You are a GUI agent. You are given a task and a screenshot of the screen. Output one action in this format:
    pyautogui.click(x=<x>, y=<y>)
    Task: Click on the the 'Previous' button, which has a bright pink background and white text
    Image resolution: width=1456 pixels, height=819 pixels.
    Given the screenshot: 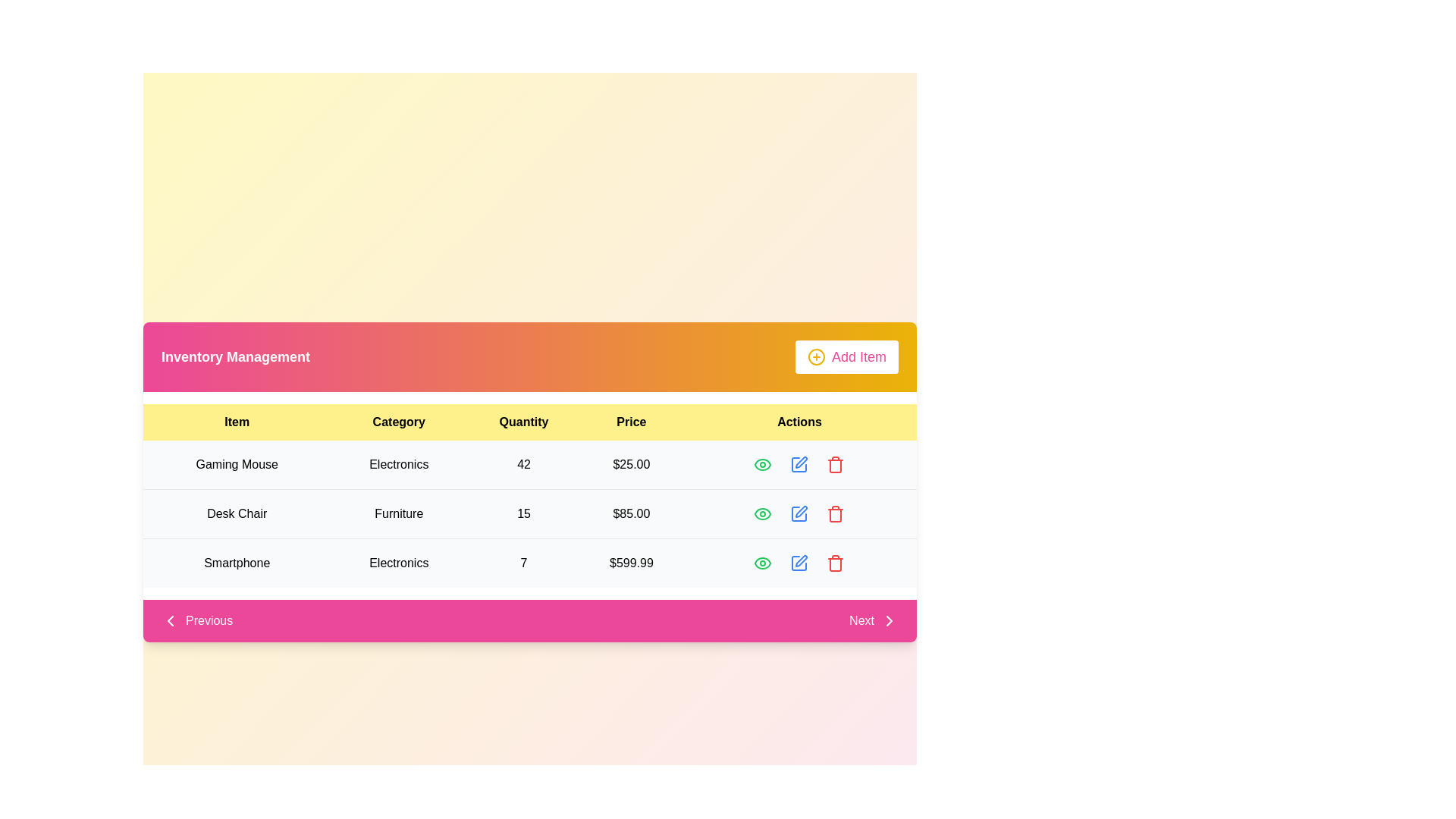 What is the action you would take?
    pyautogui.click(x=196, y=620)
    